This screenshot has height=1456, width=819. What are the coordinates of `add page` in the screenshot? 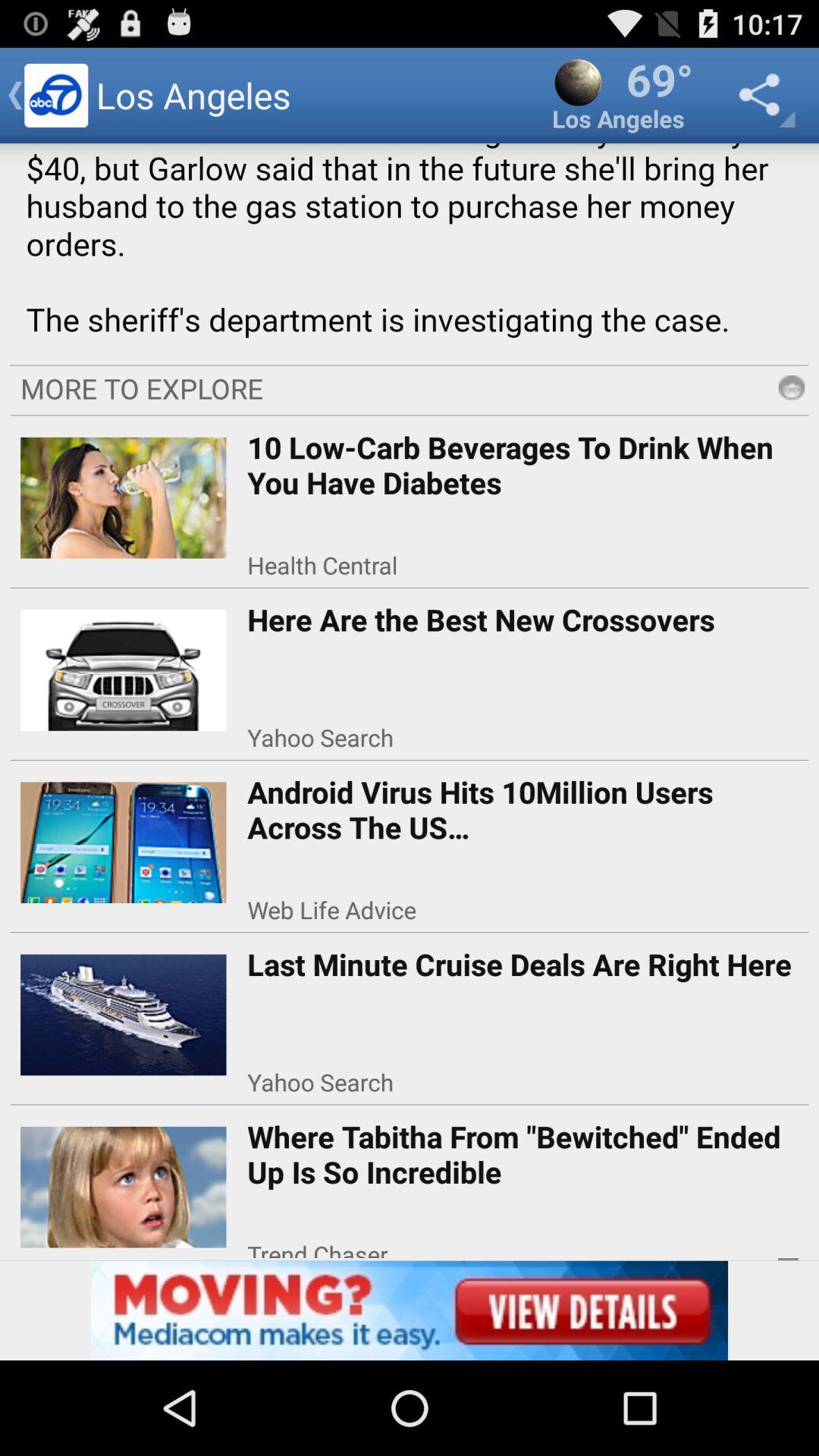 It's located at (409, 1310).